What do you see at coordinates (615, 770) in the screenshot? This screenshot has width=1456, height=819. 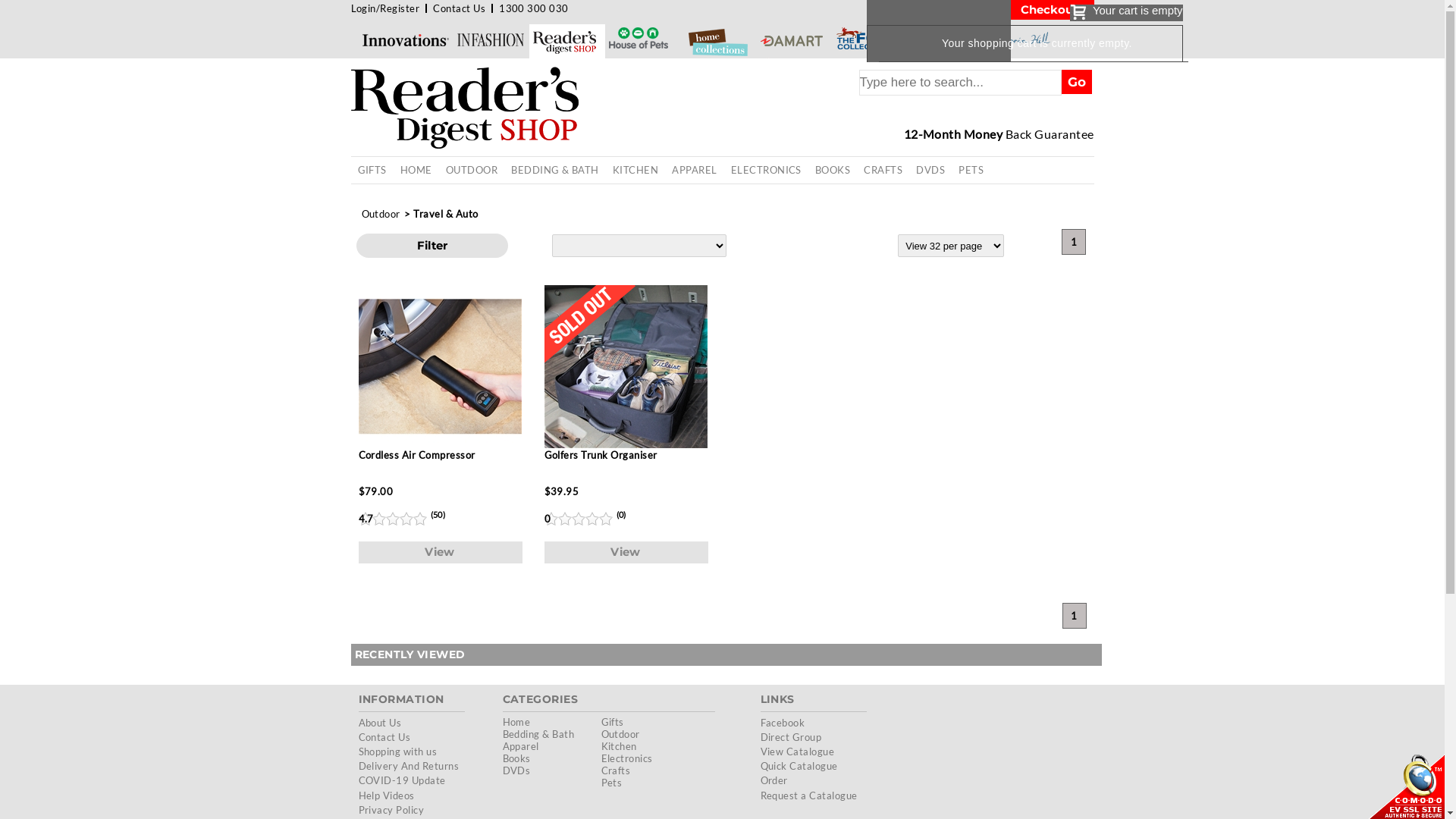 I see `'Crafts'` at bounding box center [615, 770].